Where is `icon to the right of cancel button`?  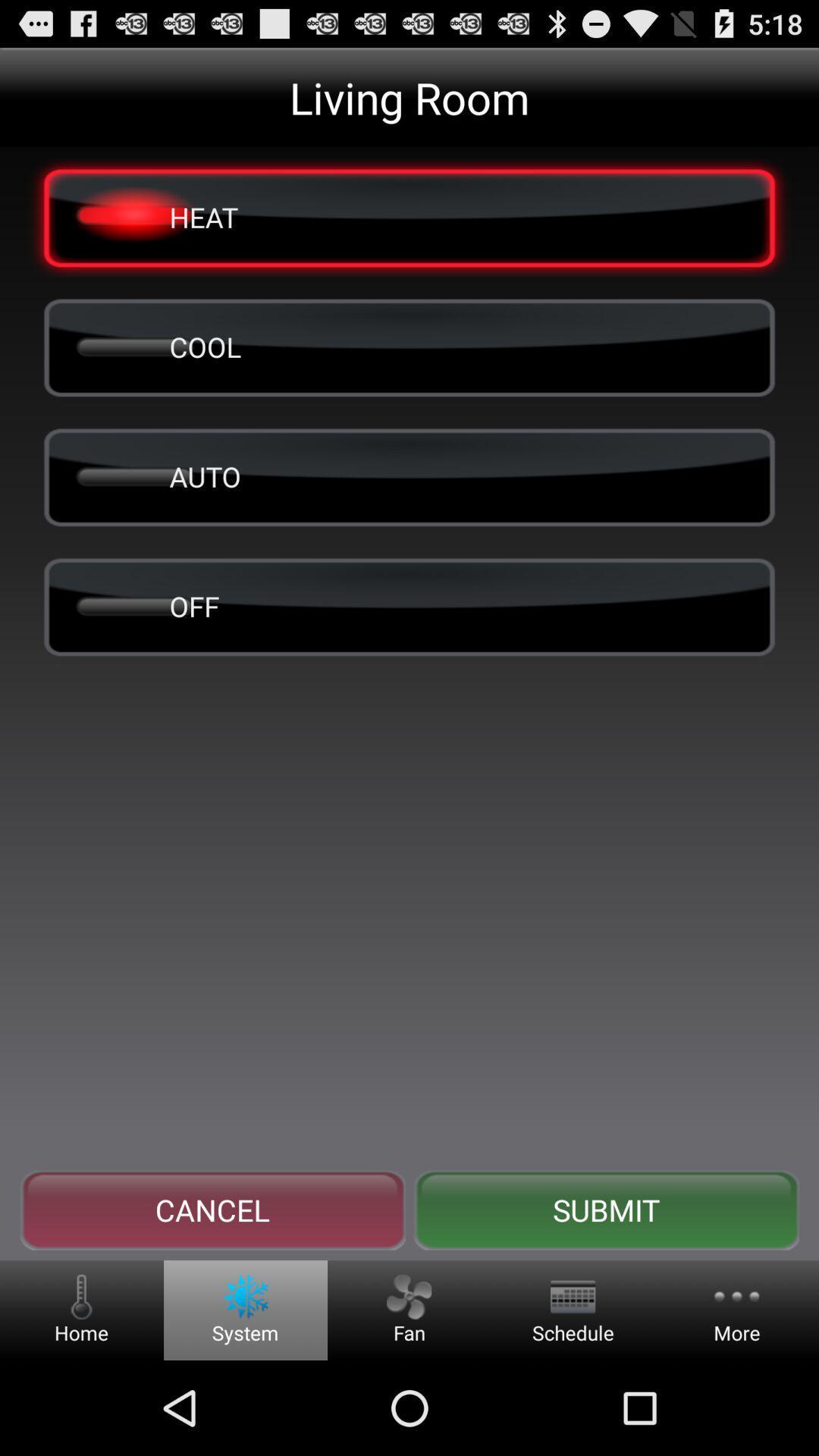 icon to the right of cancel button is located at coordinates (605, 1210).